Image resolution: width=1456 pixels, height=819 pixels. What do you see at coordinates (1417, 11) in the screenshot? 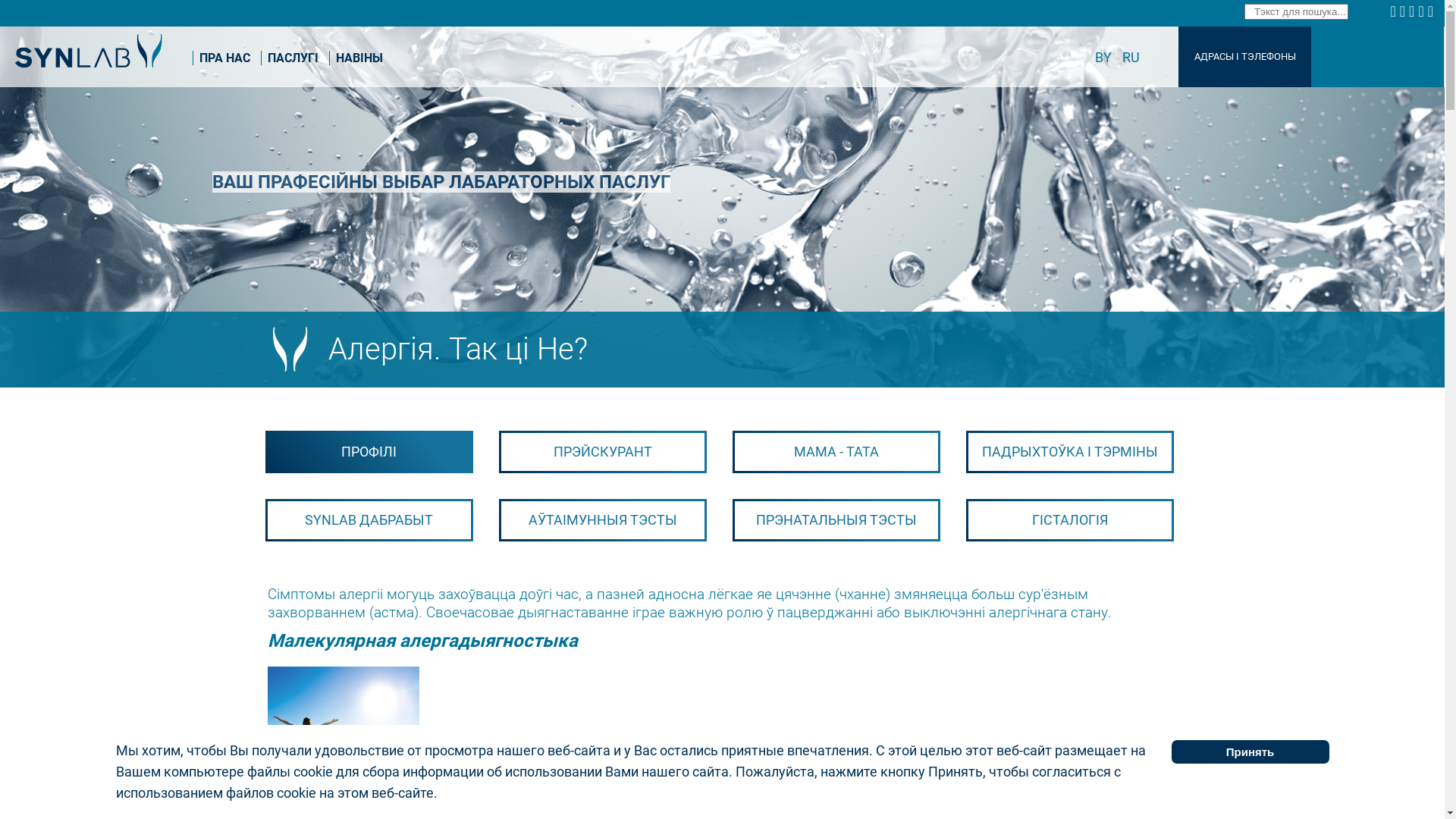
I see `'OK'` at bounding box center [1417, 11].